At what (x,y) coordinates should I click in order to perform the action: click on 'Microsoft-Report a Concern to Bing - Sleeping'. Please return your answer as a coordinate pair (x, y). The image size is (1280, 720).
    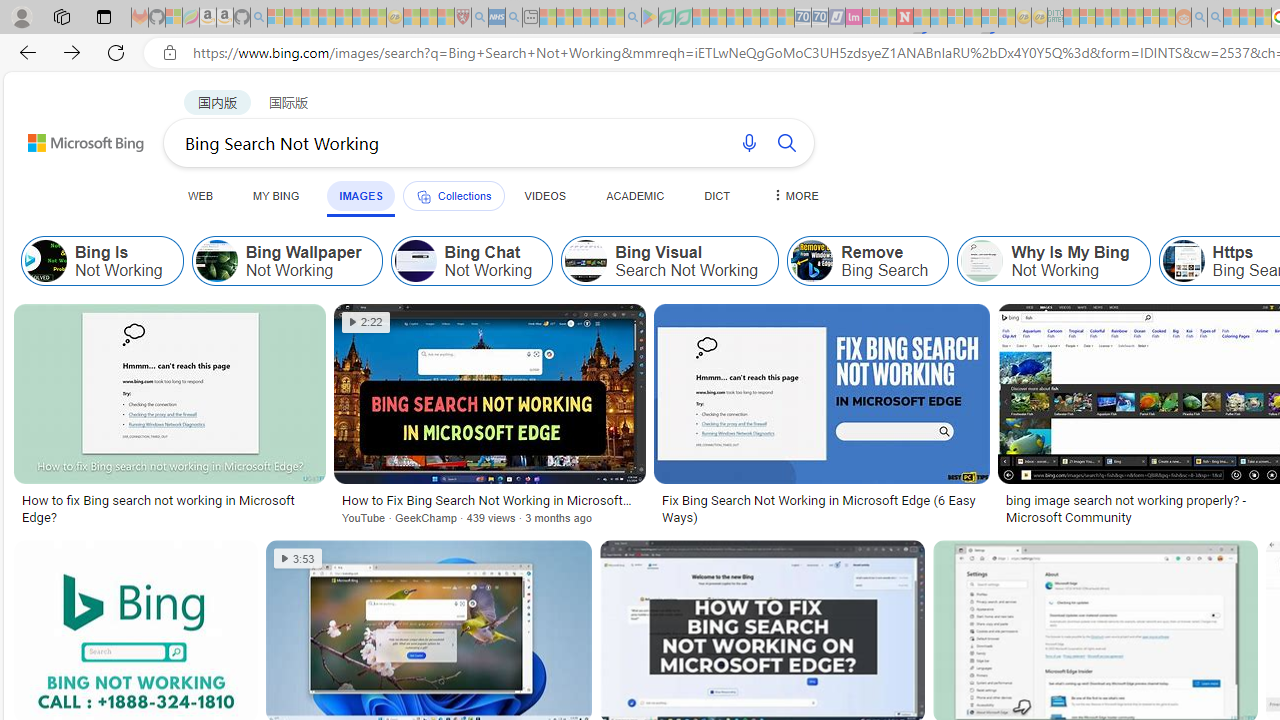
    Looking at the image, I should click on (174, 17).